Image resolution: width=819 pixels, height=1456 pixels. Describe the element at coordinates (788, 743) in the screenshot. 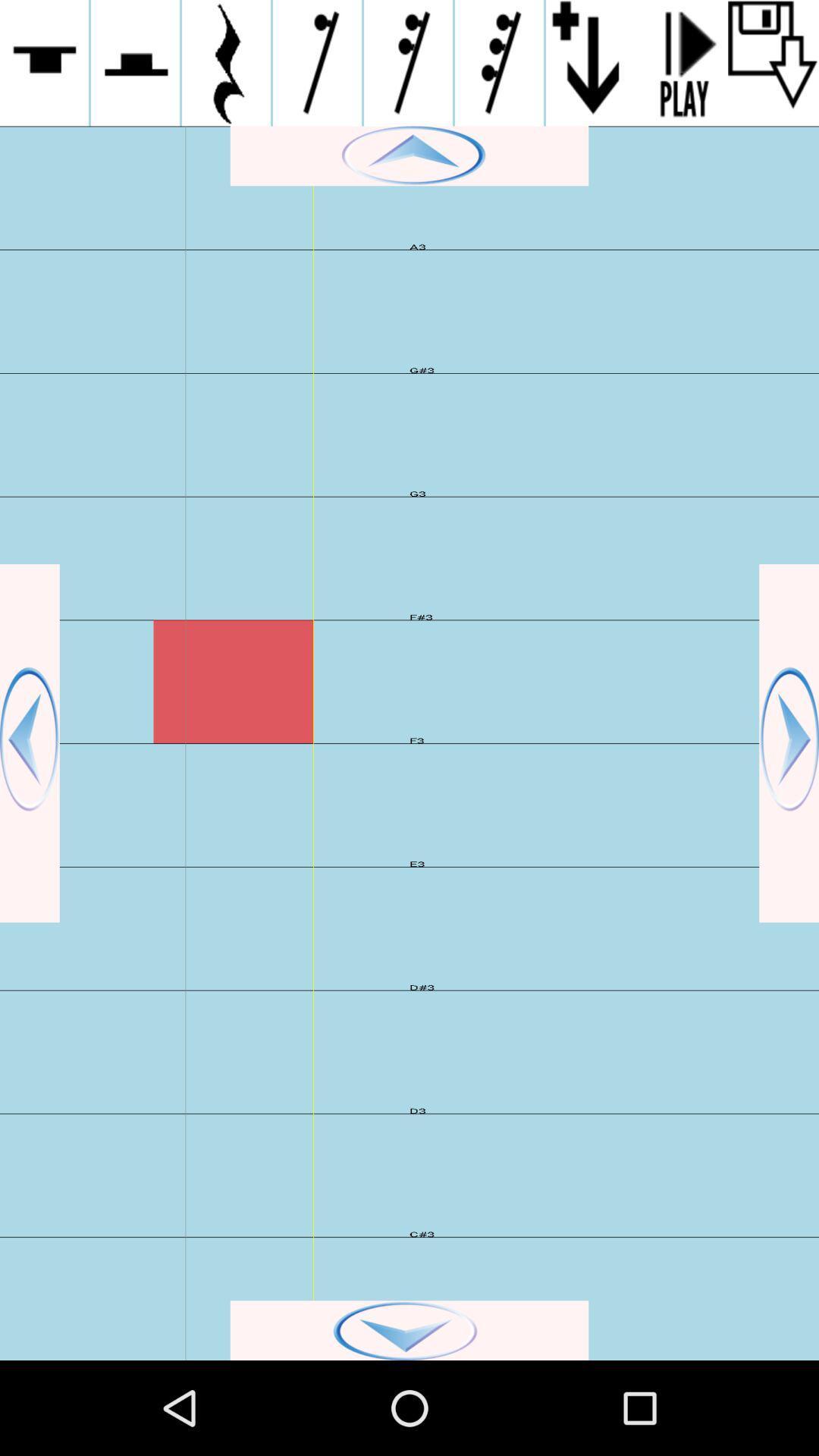

I see `next page` at that location.